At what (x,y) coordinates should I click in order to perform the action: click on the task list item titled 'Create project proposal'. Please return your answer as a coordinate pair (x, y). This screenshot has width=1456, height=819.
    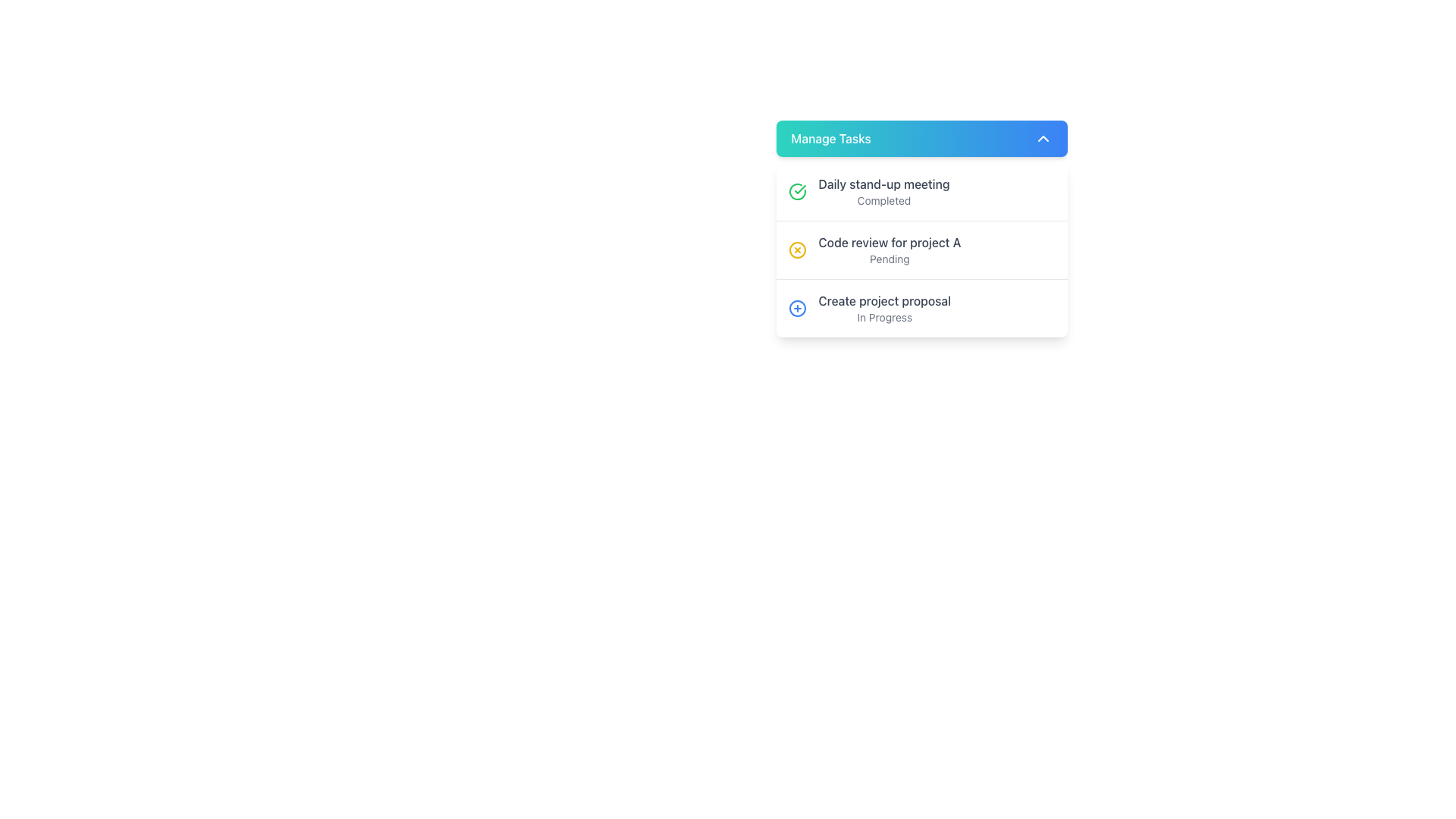
    Looking at the image, I should click on (921, 307).